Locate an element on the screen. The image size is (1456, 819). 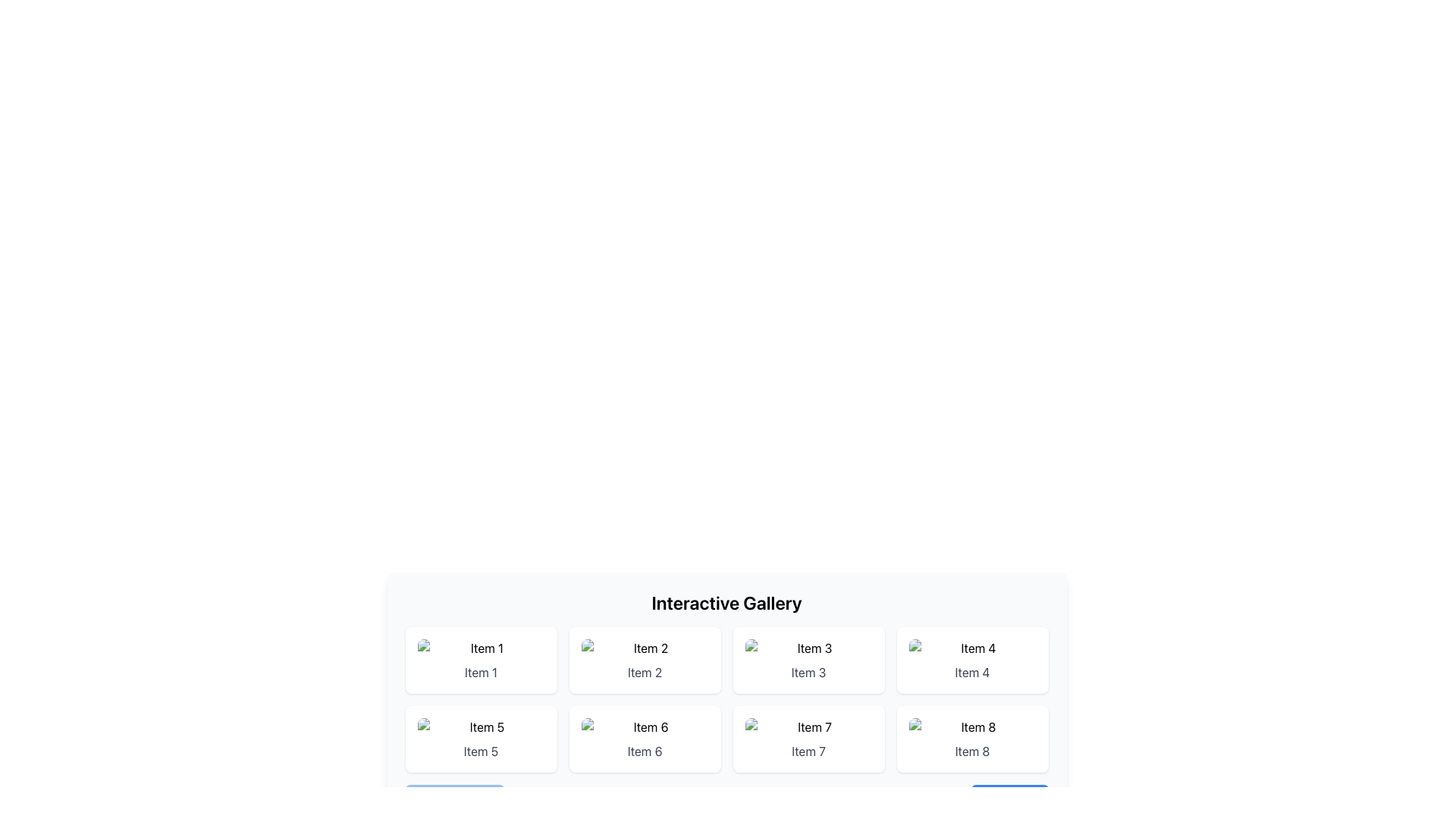
the thumbnail image for 'Item 3' in the Interactive Gallery is located at coordinates (808, 648).